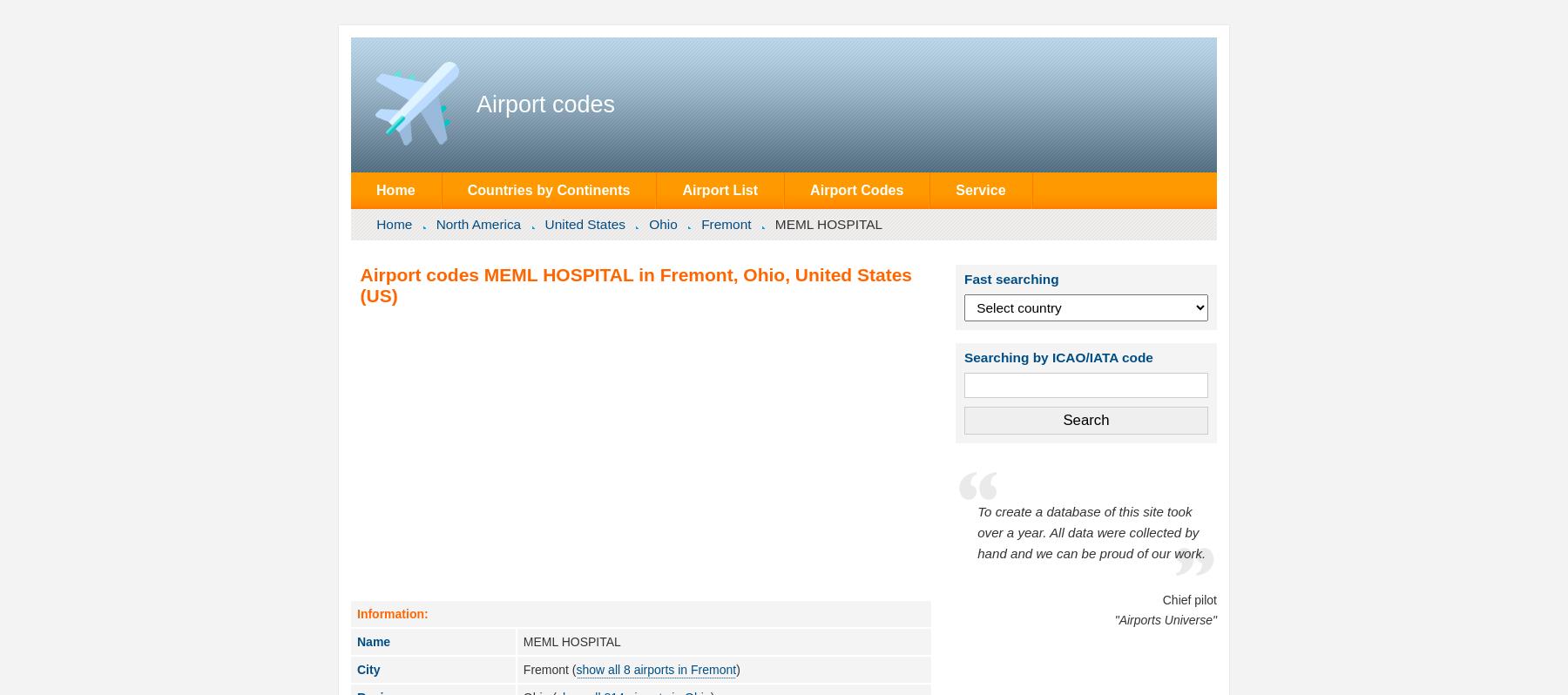  What do you see at coordinates (964, 355) in the screenshot?
I see `'Searching by ICAO/IATA code'` at bounding box center [964, 355].